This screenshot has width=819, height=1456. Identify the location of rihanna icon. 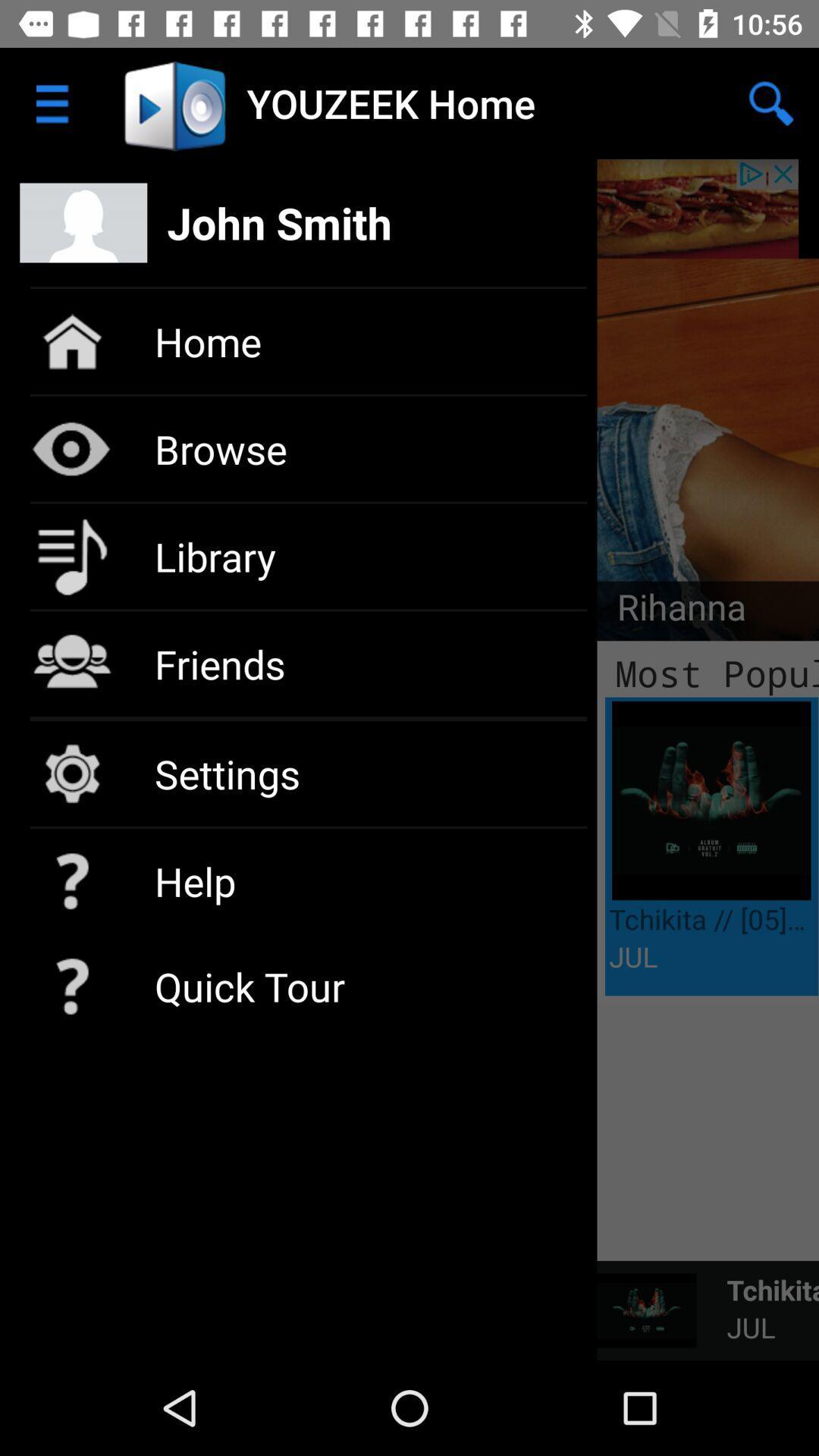
(670, 611).